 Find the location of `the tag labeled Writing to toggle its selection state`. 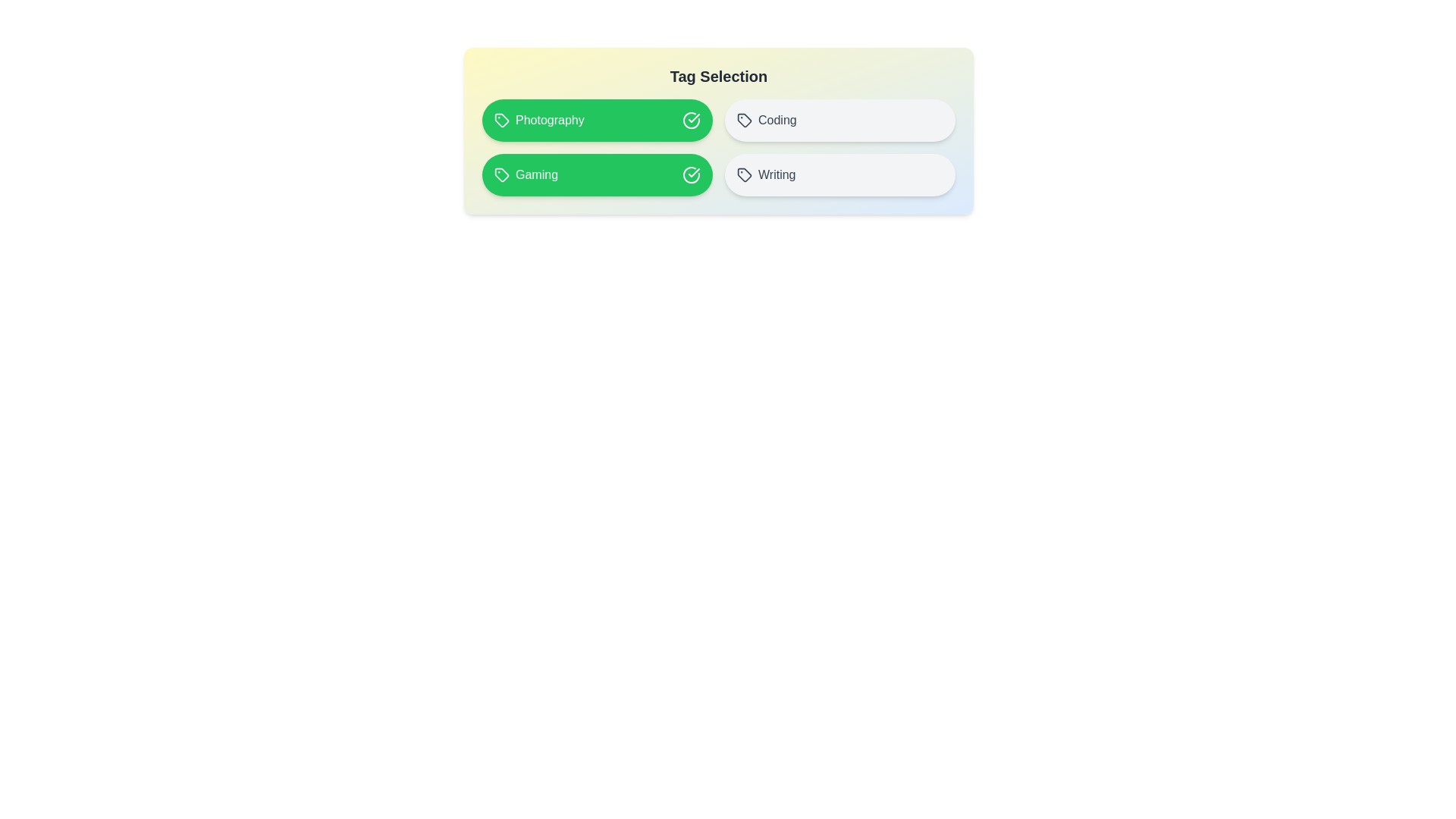

the tag labeled Writing to toggle its selection state is located at coordinates (839, 174).